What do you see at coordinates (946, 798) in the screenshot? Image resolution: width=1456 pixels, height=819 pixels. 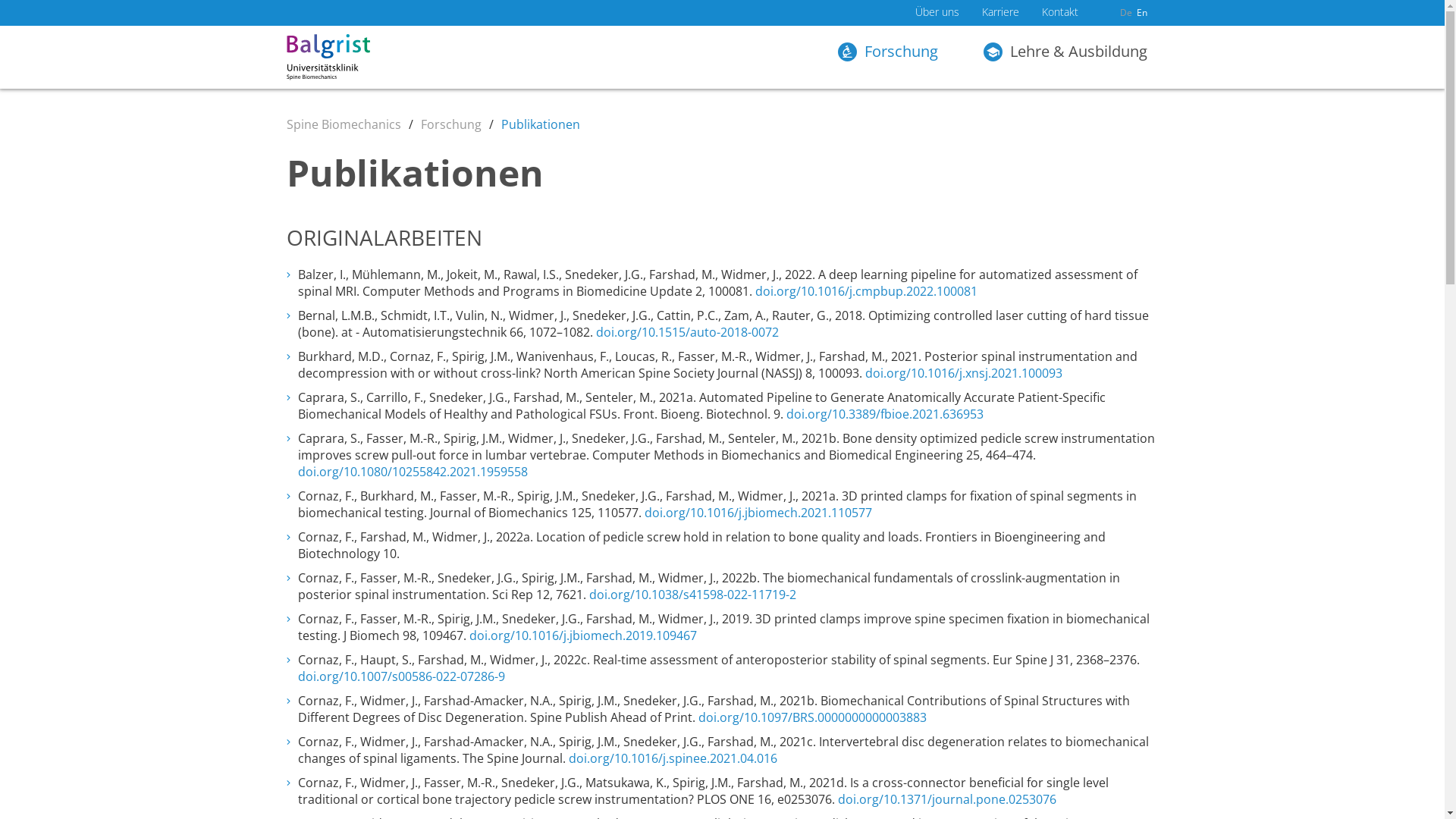 I see `'doi.org/10.1371/journal.pone.0253076'` at bounding box center [946, 798].